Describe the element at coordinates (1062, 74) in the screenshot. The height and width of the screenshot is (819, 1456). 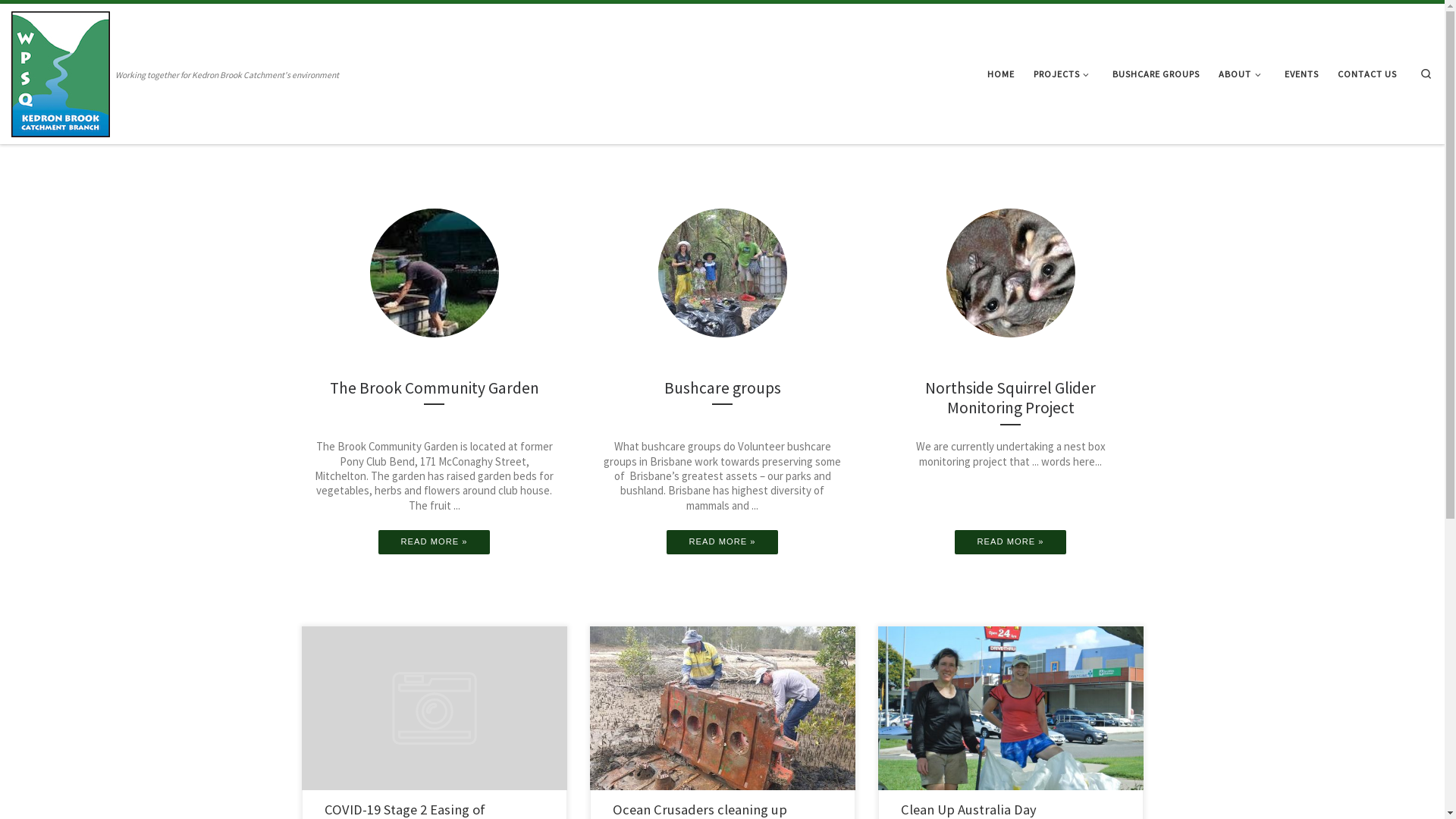
I see `'PROJECTS'` at that location.